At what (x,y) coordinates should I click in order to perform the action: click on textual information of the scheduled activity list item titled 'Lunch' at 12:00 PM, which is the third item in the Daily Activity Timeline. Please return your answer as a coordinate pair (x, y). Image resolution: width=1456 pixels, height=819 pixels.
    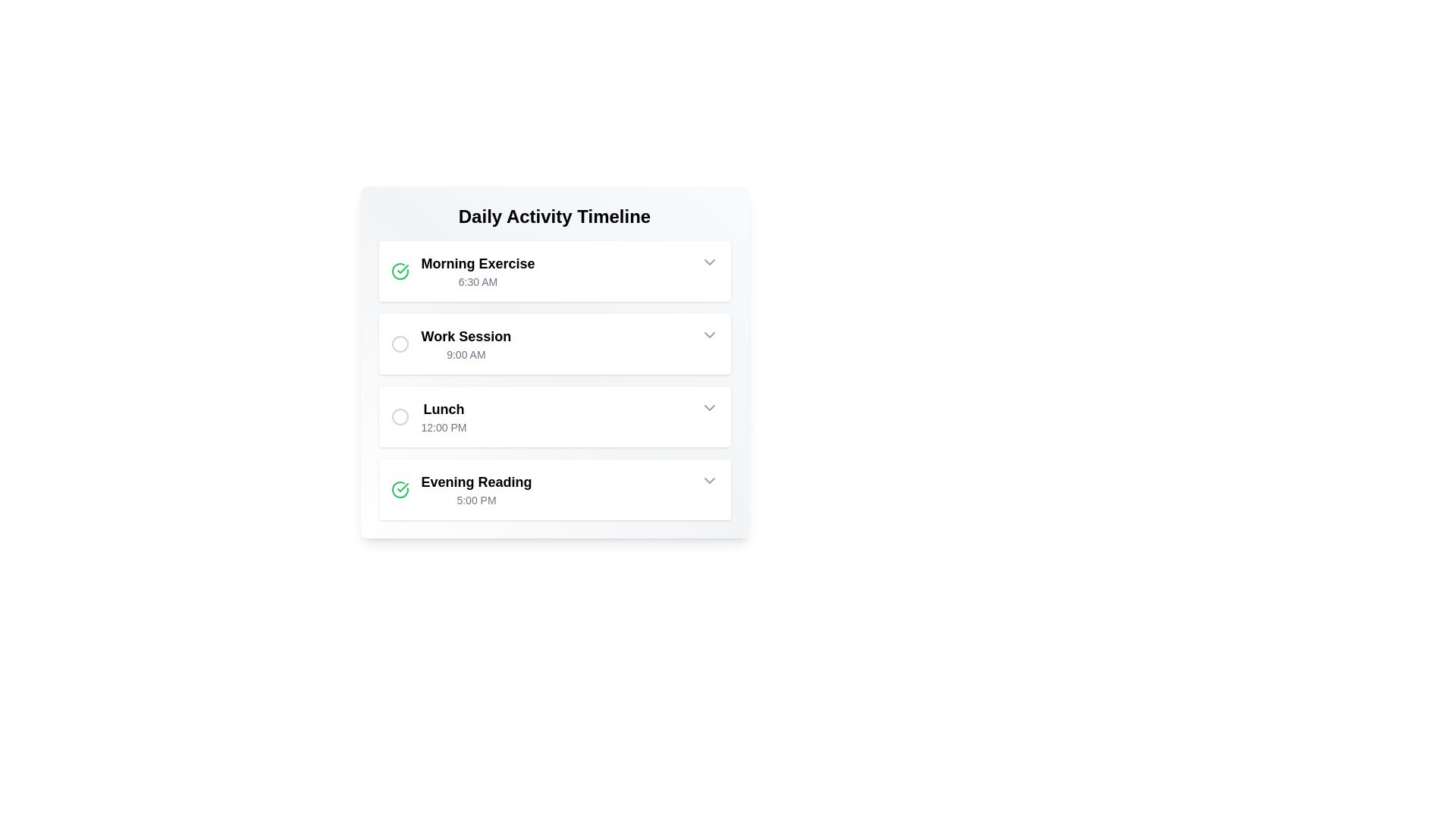
    Looking at the image, I should click on (443, 417).